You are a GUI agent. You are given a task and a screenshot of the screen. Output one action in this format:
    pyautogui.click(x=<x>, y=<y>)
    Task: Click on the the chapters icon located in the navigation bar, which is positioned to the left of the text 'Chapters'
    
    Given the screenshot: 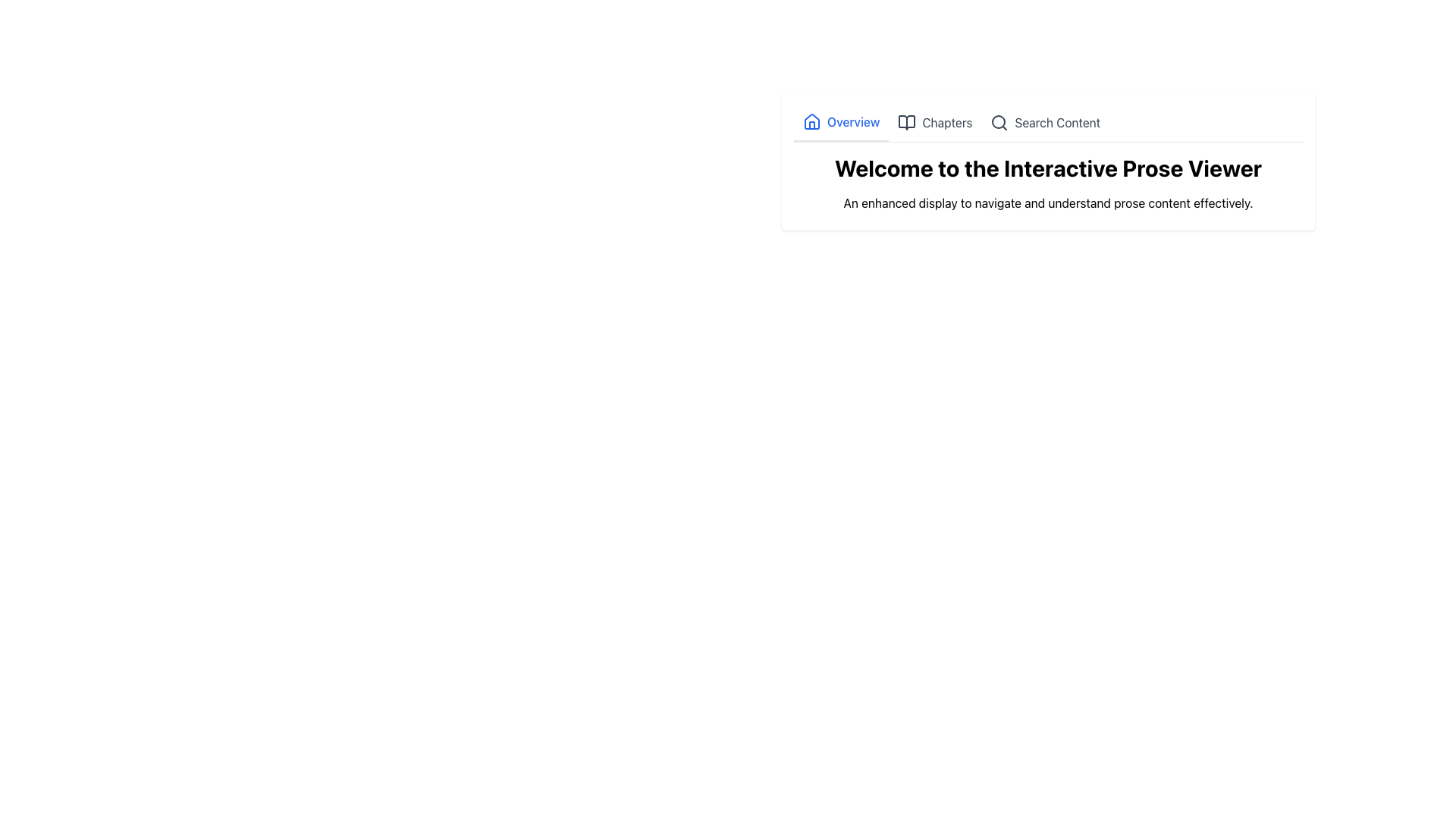 What is the action you would take?
    pyautogui.click(x=907, y=122)
    